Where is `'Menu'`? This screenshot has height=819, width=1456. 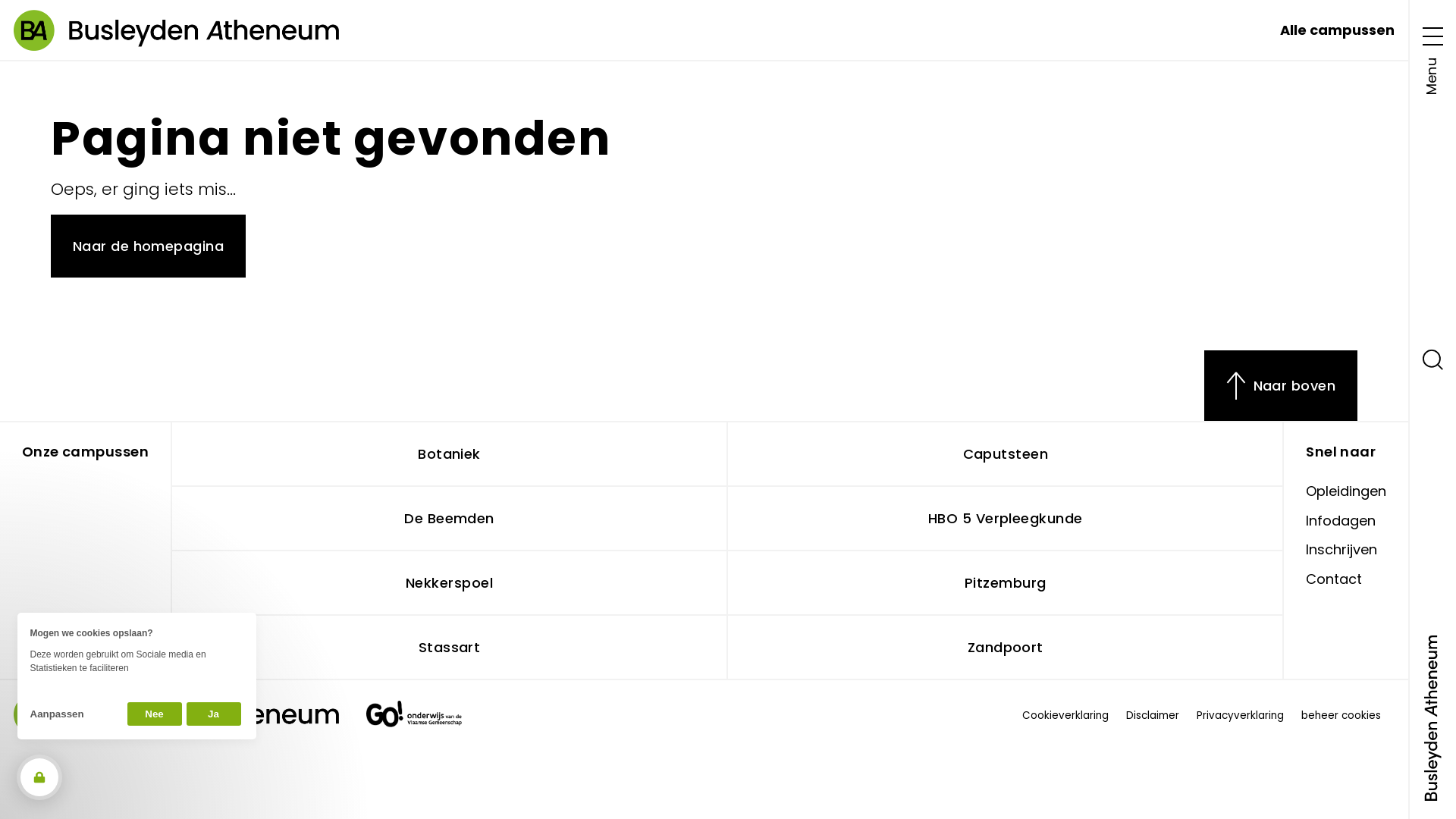
'Menu' is located at coordinates (1432, 55).